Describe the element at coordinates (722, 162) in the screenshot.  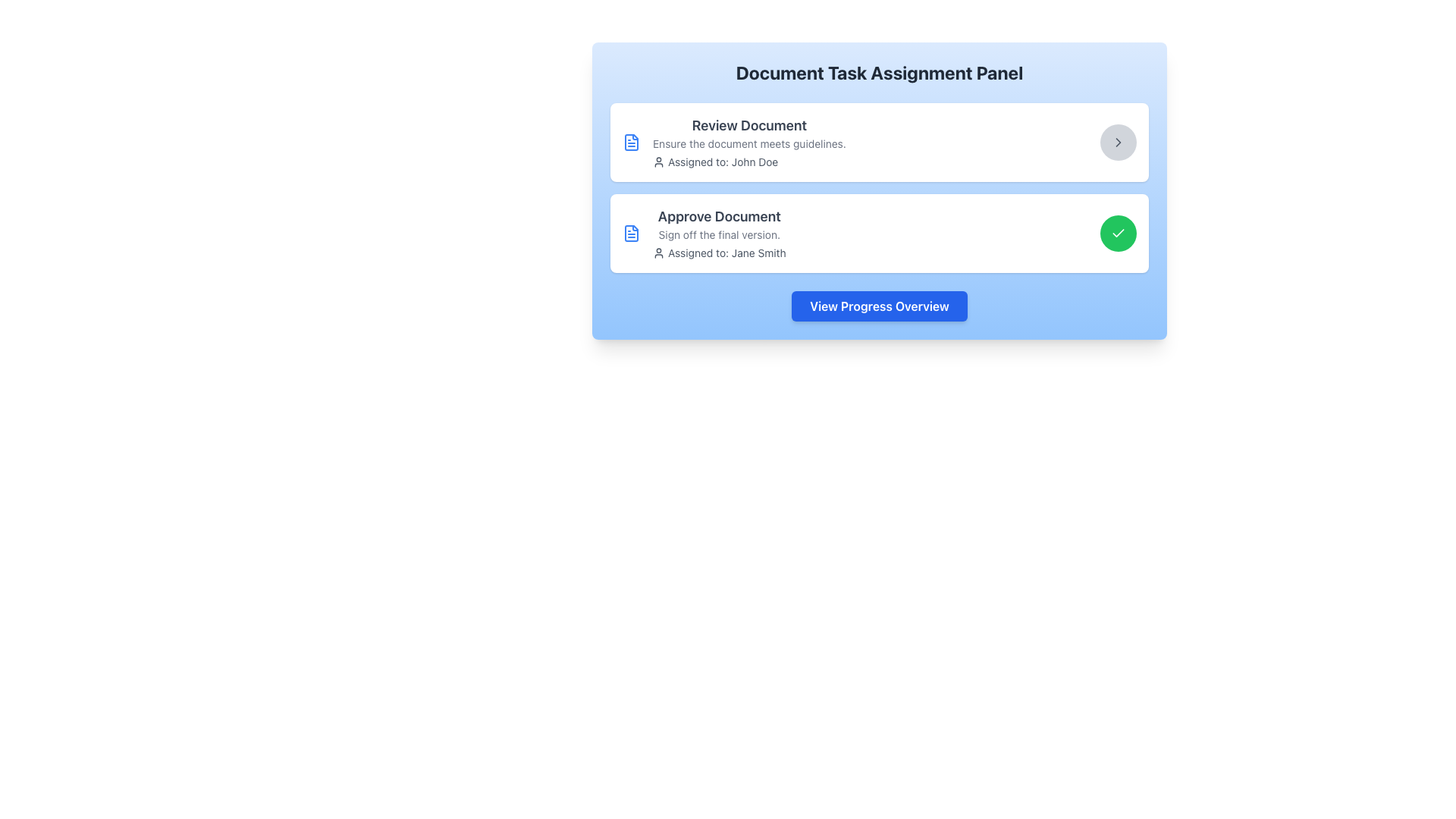
I see `the text label displaying 'Assigned to: John Doe.' located in the upper task panel labeled 'Review Document.'` at that location.